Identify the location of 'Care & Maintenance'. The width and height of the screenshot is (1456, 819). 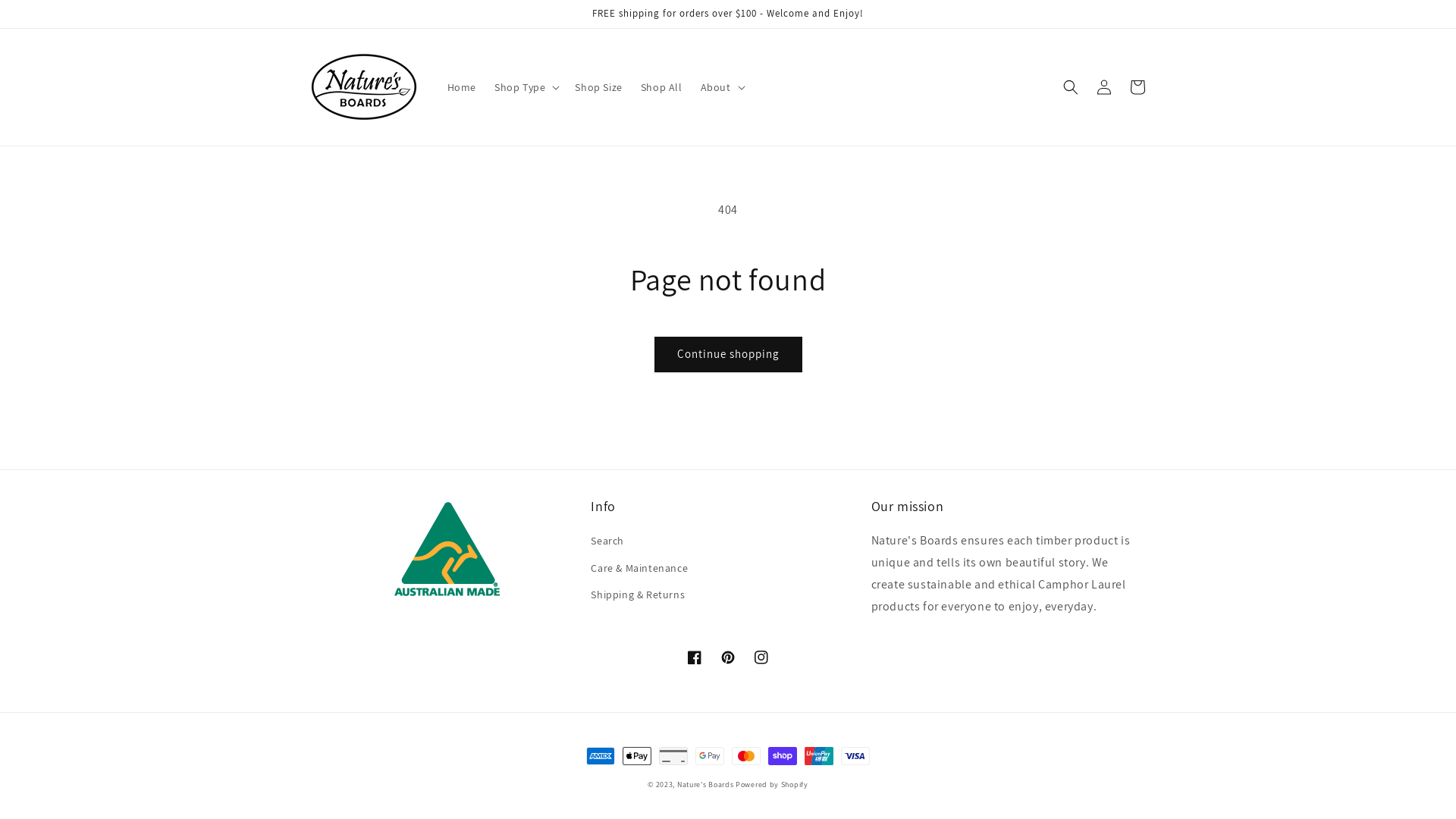
(639, 568).